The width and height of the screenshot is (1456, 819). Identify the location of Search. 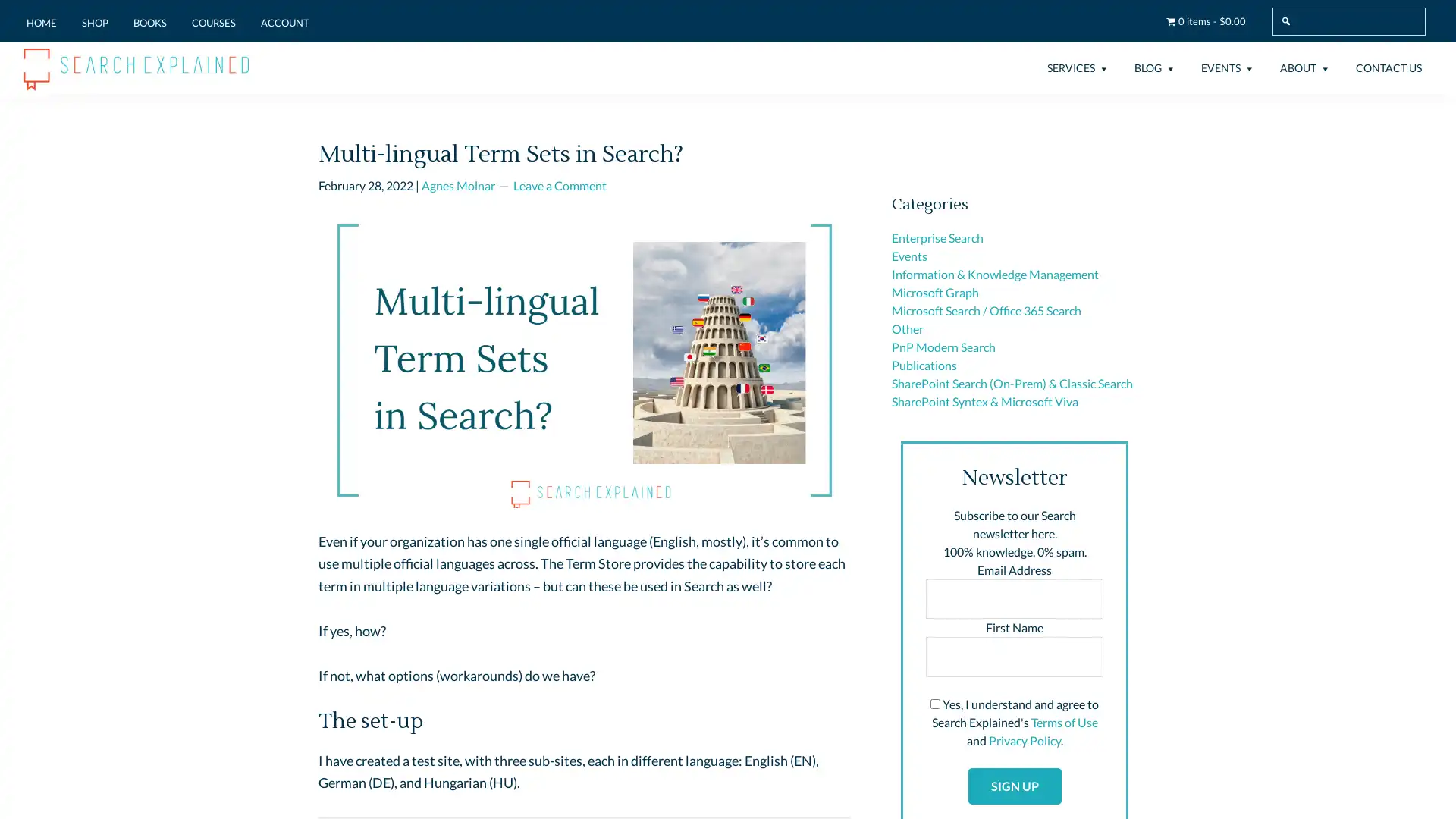
(1427, 7).